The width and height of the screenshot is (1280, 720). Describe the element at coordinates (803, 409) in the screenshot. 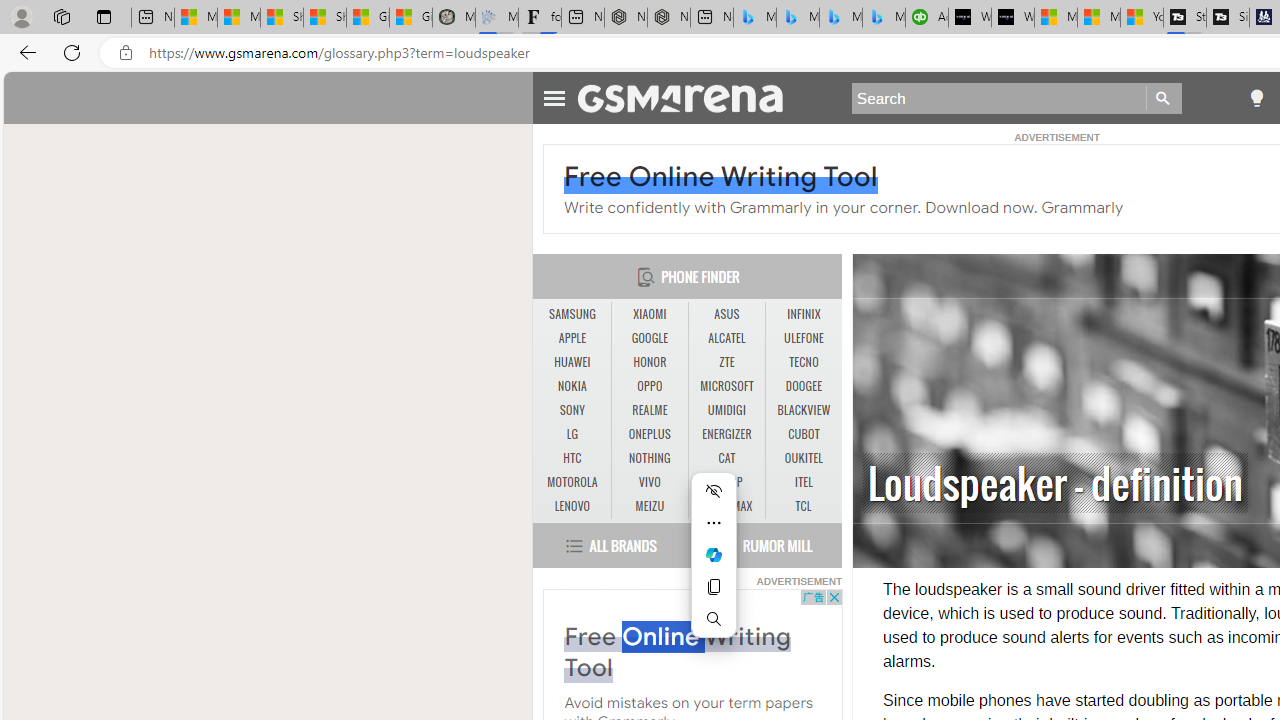

I see `'BLACKVIEW'` at that location.